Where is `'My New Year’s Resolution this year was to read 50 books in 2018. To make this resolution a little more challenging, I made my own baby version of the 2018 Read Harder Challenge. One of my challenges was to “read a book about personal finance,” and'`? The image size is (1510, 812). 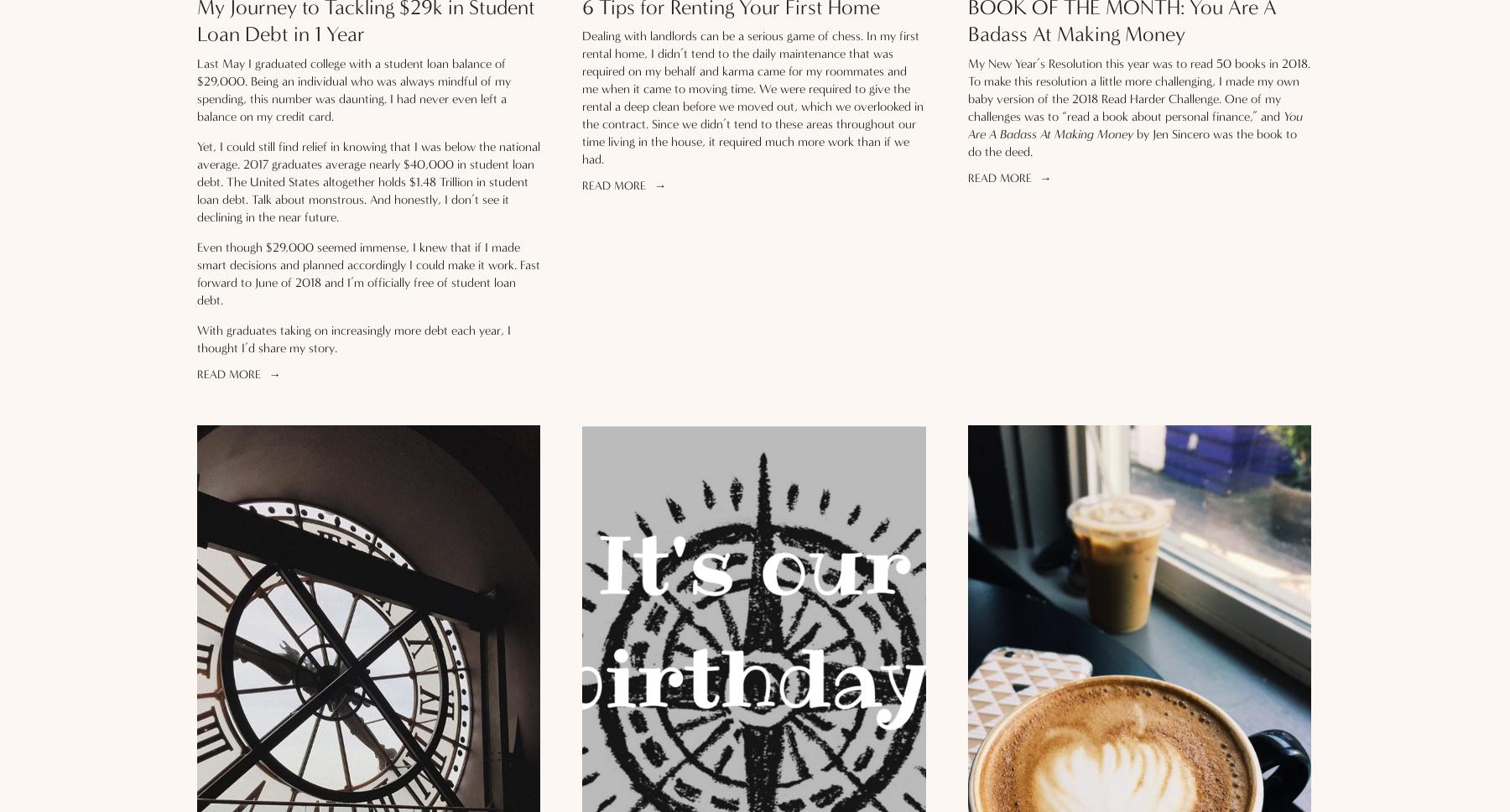
'My New Year’s Resolution this year was to read 50 books in 2018. To make this resolution a little more challenging, I made my own baby version of the 2018 Read Harder Challenge. One of my challenges was to “read a book about personal finance,” and' is located at coordinates (1138, 89).